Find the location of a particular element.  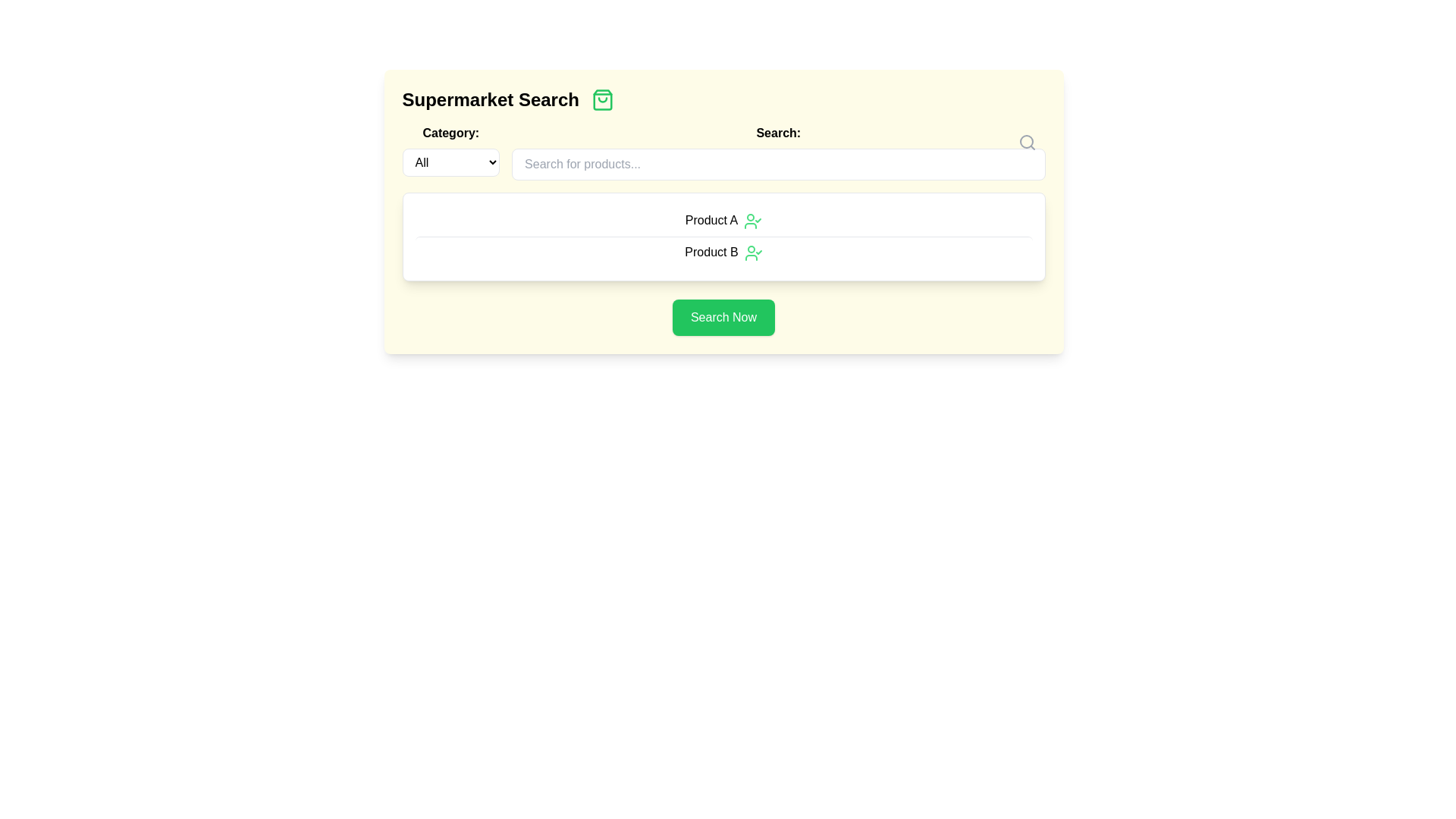

the dropdown menu labeled 'All' is located at coordinates (450, 162).